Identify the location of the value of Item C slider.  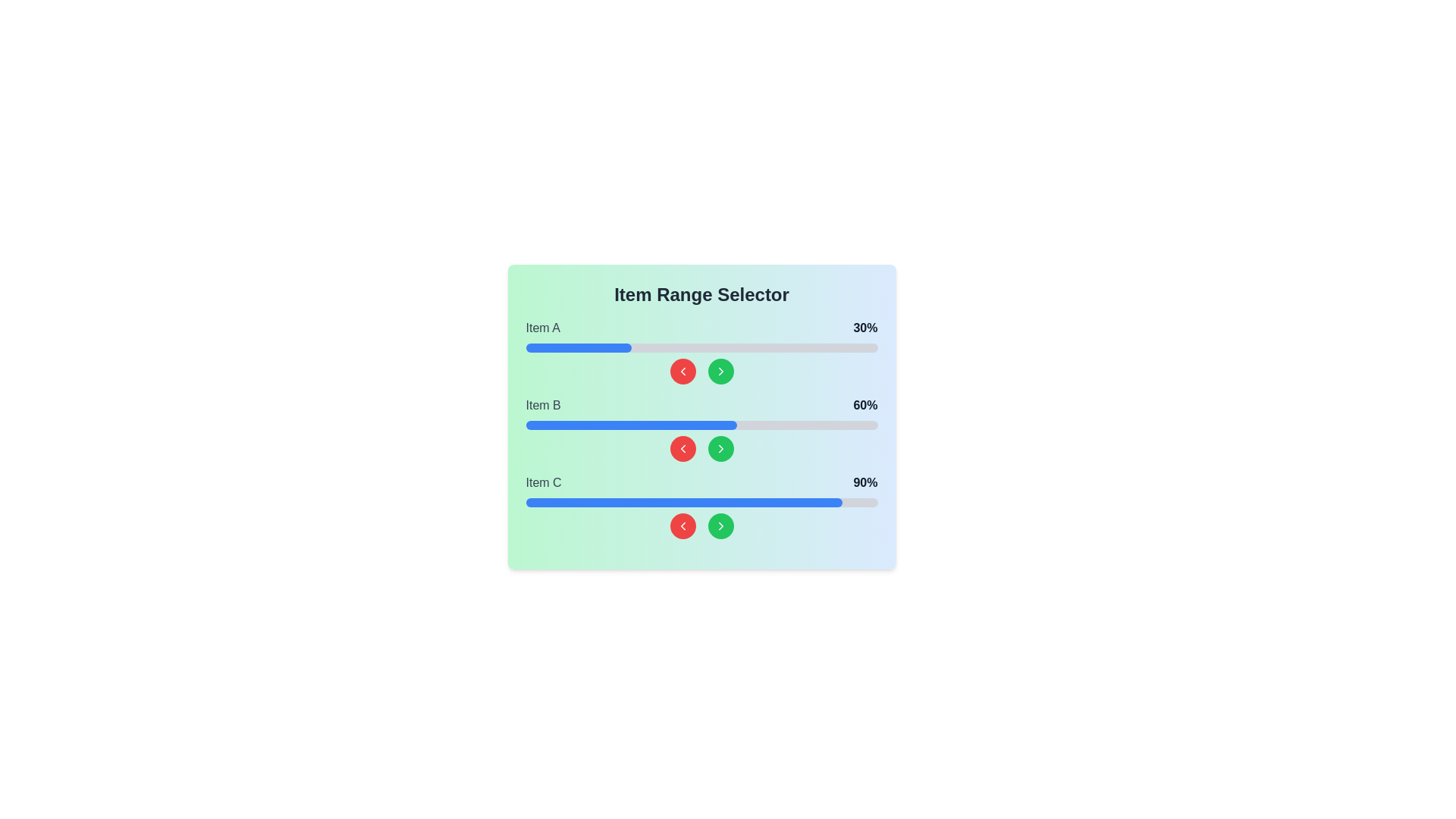
(722, 503).